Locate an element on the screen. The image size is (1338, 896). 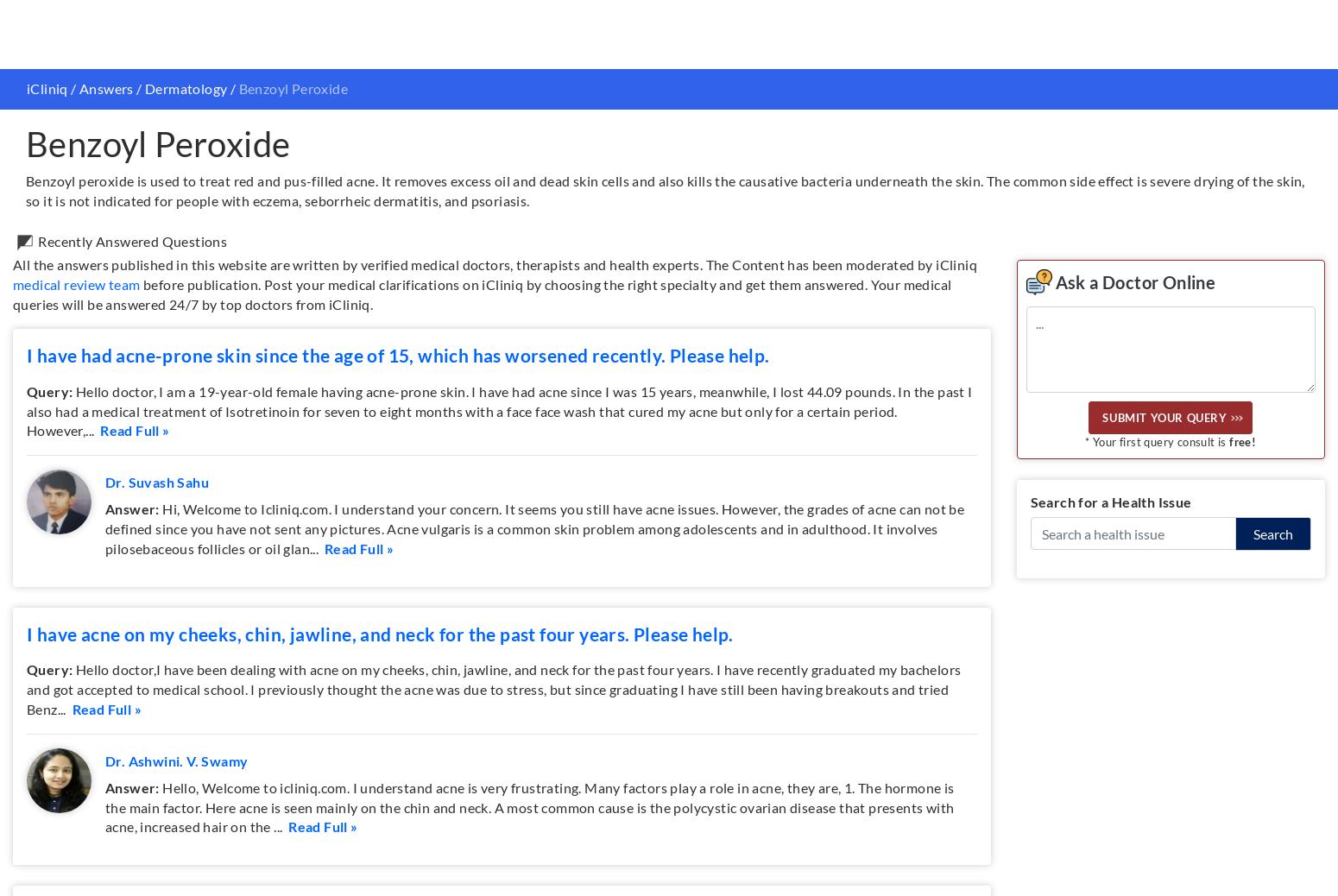
'Careers' is located at coordinates (459, 672).